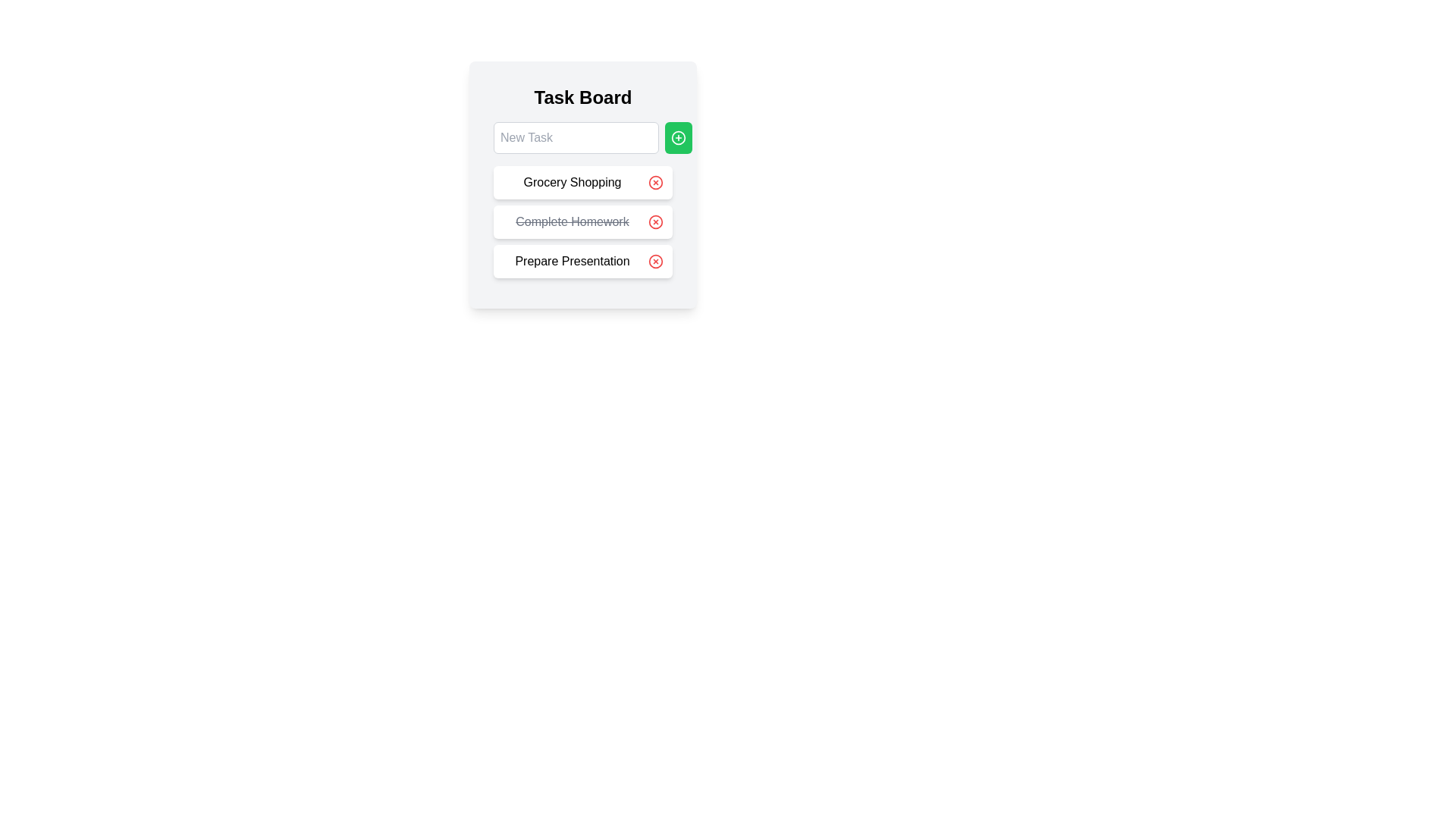 The width and height of the screenshot is (1456, 819). Describe the element at coordinates (582, 222) in the screenshot. I see `the completed task 'Complete Homework' in the task list to prepare for future tasks` at that location.